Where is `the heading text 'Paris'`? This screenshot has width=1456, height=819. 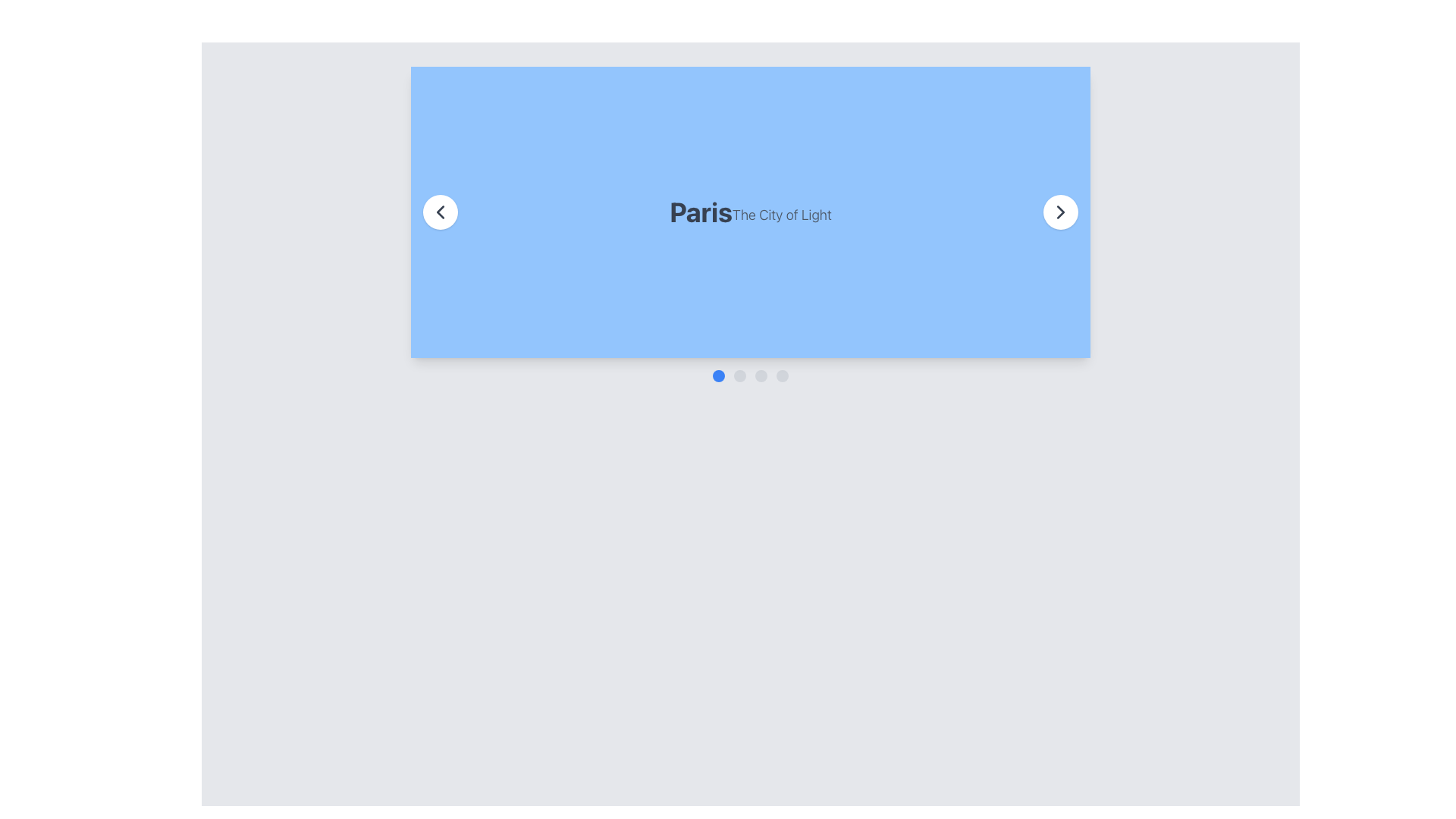 the heading text 'Paris' is located at coordinates (700, 212).